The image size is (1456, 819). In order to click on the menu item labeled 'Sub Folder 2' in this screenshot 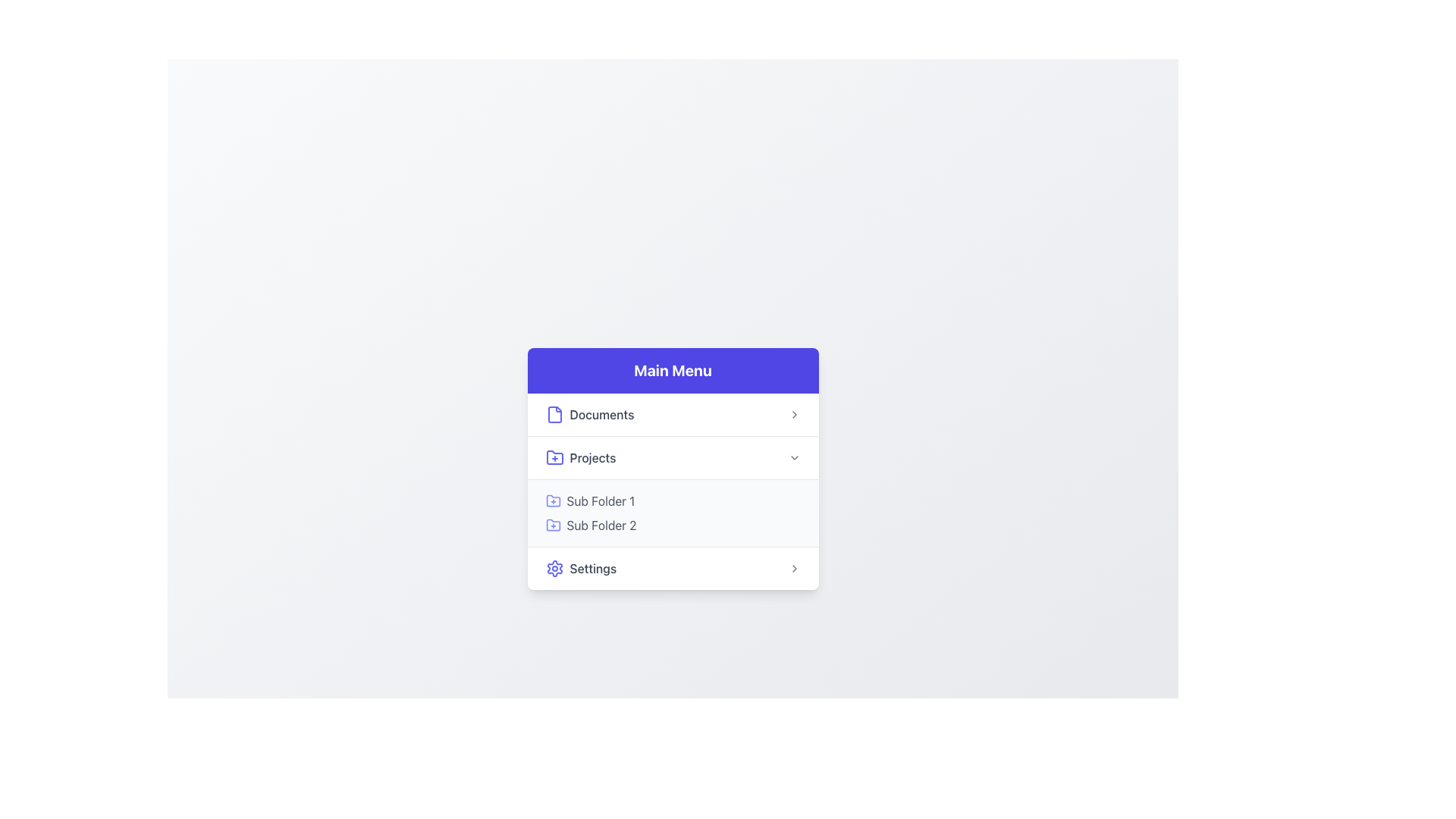, I will do `click(672, 524)`.